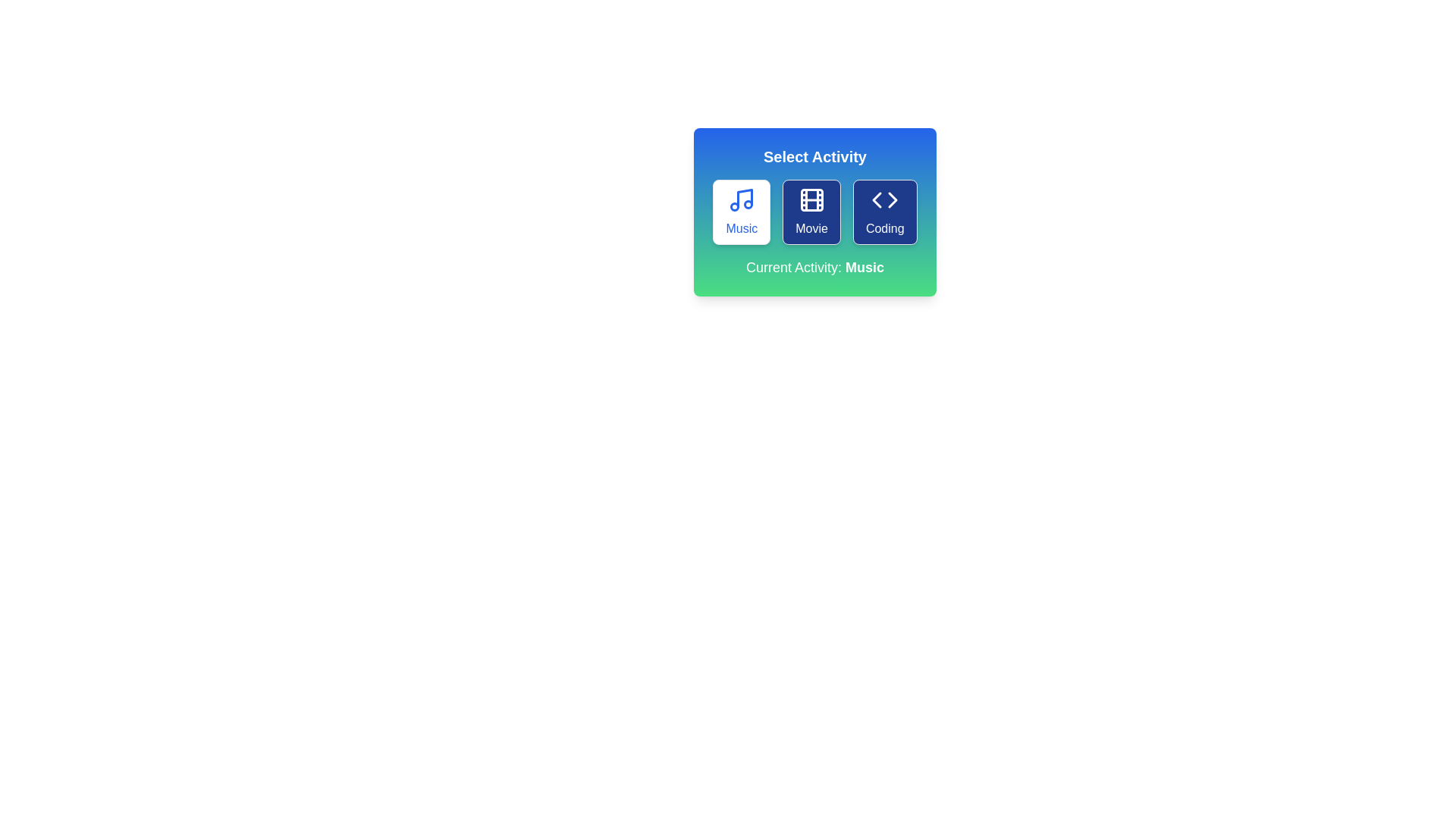  I want to click on the button corresponding to the activity Coding, so click(885, 212).